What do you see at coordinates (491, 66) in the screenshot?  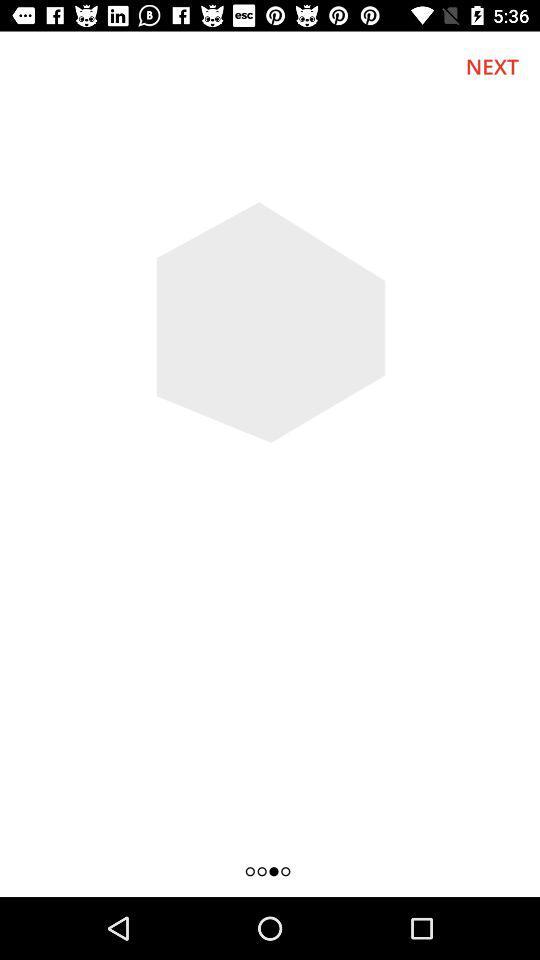 I see `the item at the top right corner` at bounding box center [491, 66].